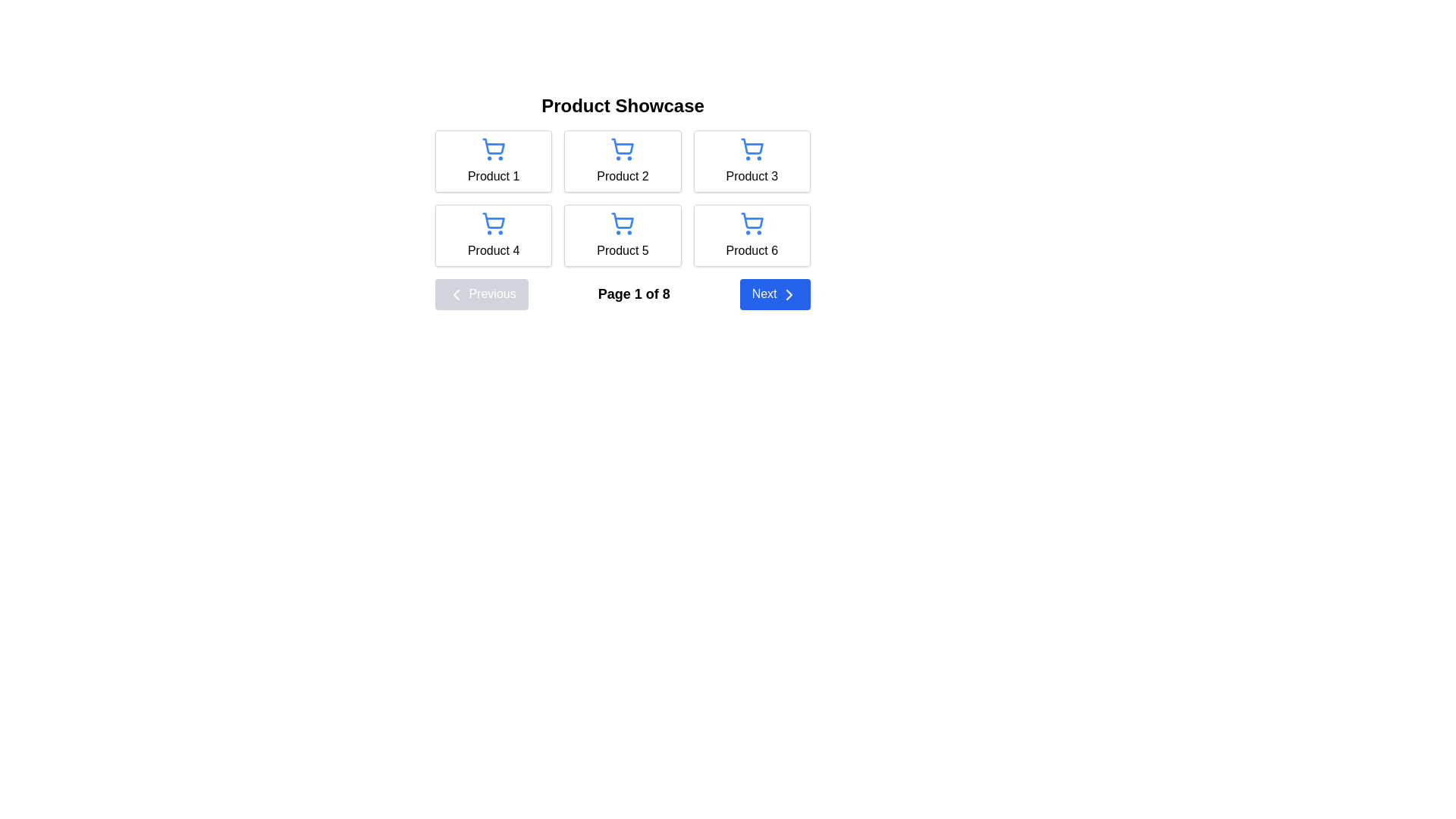 This screenshot has height=819, width=1456. I want to click on the title or heading element that denotes the product showcase section, positioned at the top-center of the section, so click(623, 105).